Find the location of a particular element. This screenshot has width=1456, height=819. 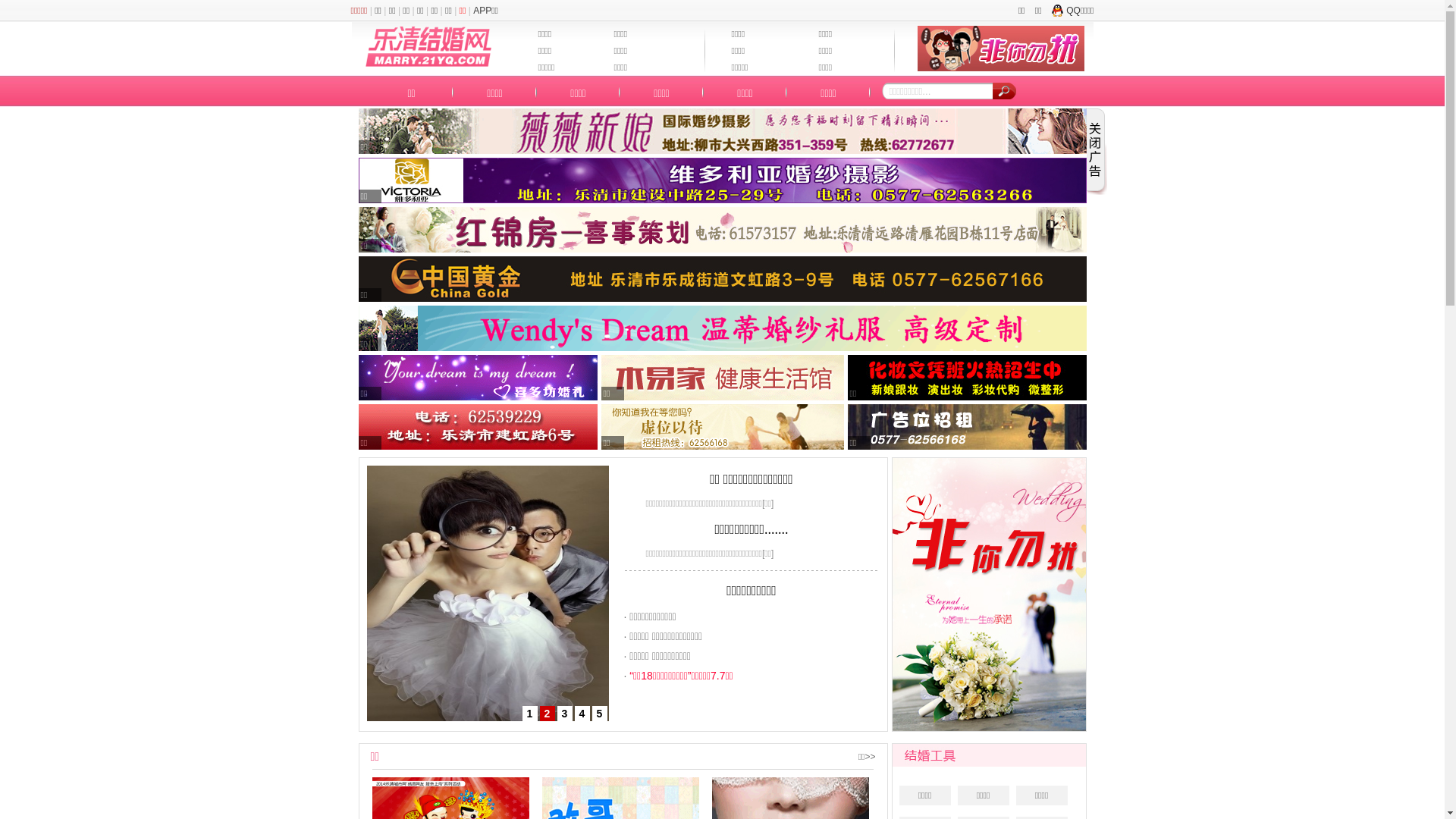

'4' is located at coordinates (574, 714).